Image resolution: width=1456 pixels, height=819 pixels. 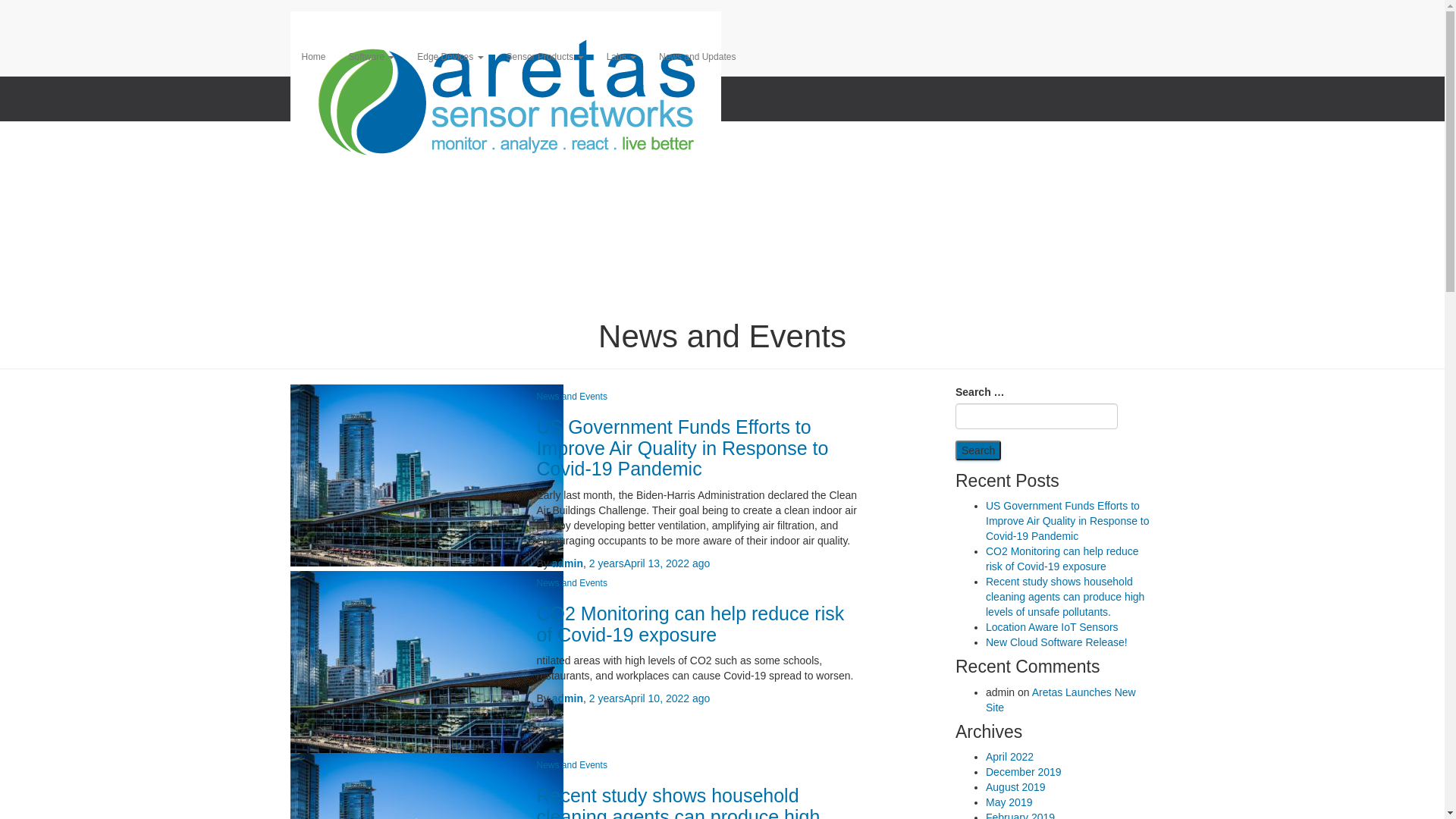 What do you see at coordinates (312, 55) in the screenshot?
I see `'Home'` at bounding box center [312, 55].